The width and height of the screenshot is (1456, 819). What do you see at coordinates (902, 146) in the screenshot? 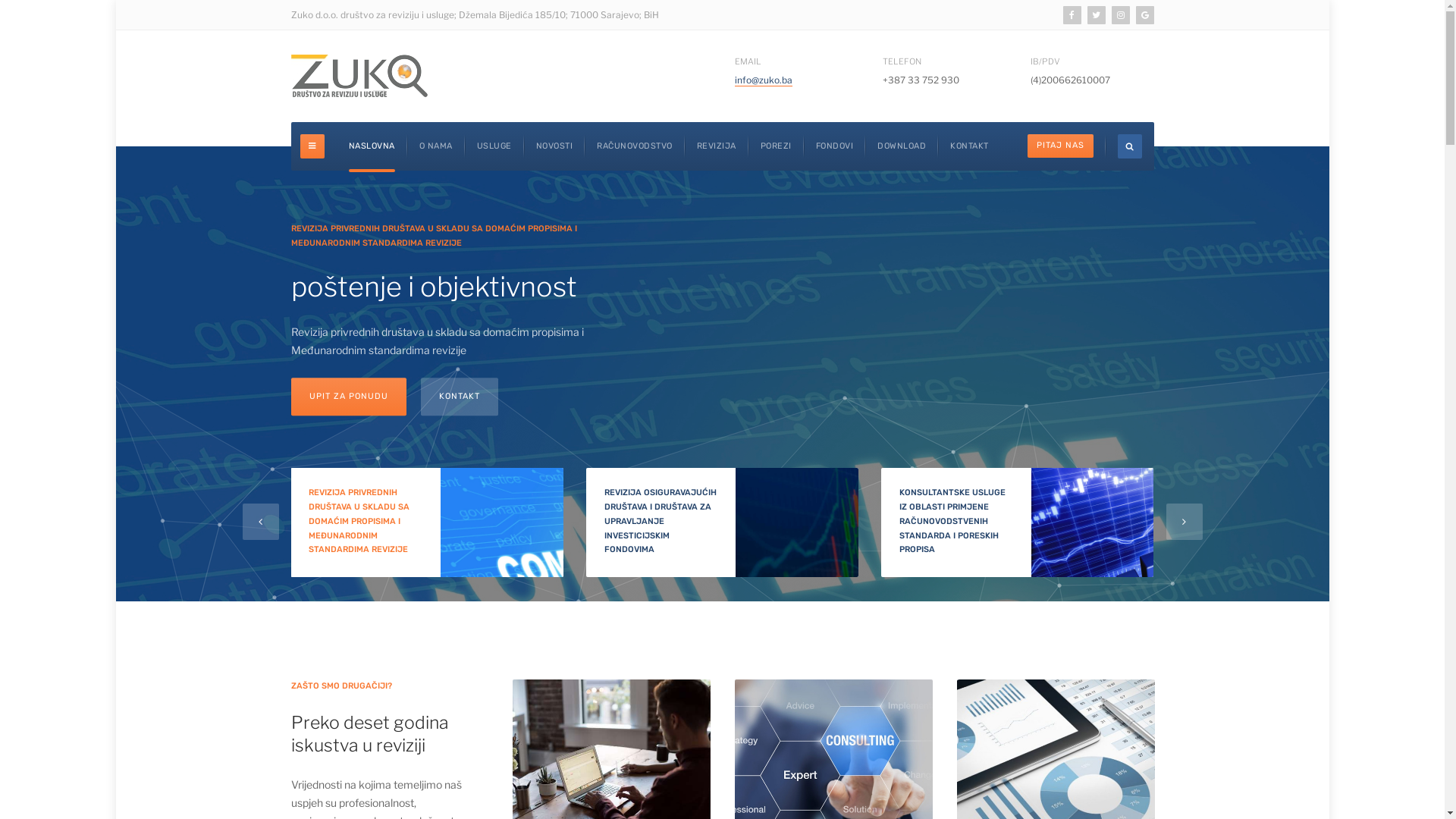
I see `'DOWNLOAD'` at bounding box center [902, 146].